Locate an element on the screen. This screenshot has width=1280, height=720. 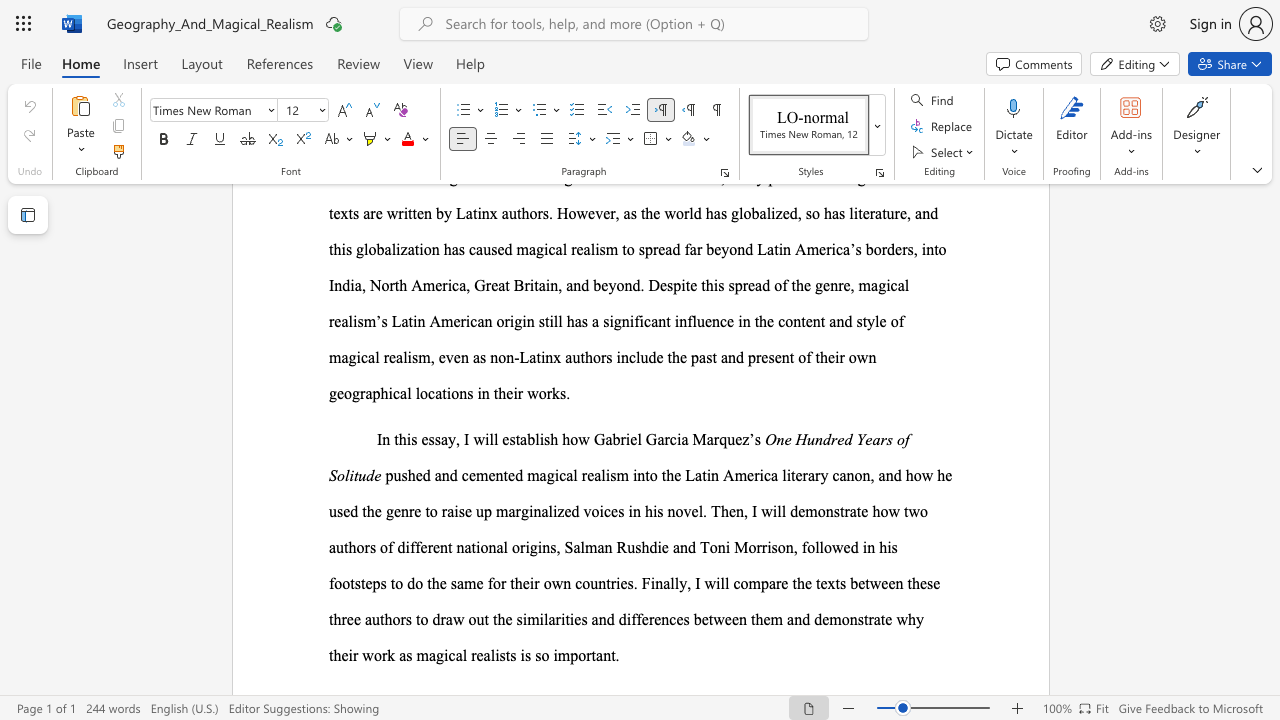
the subset text "Garcia Marq" within the text "how Gabriel Garcia Marquez’s" is located at coordinates (645, 438).